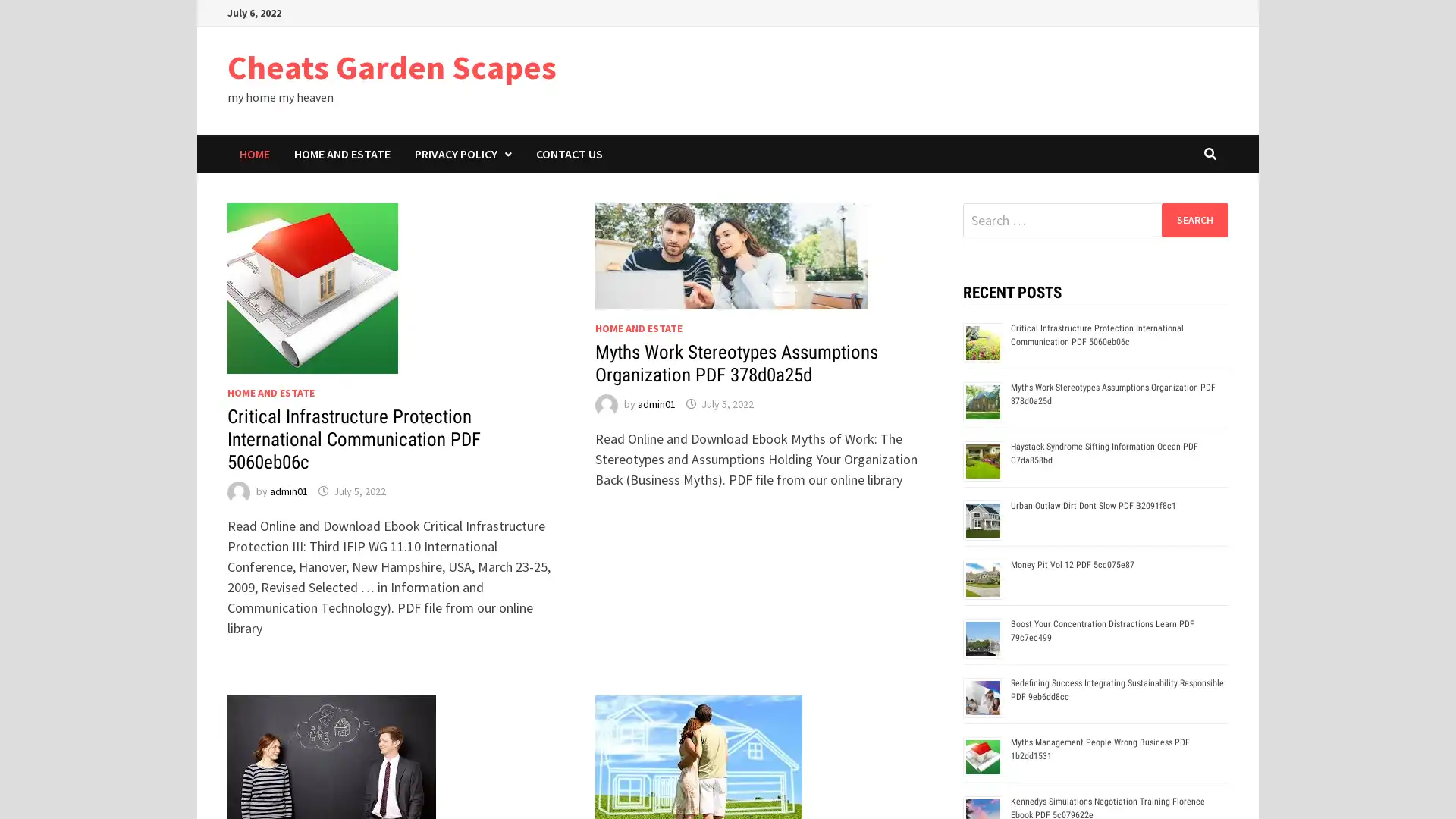  What do you see at coordinates (1194, 219) in the screenshot?
I see `Search` at bounding box center [1194, 219].